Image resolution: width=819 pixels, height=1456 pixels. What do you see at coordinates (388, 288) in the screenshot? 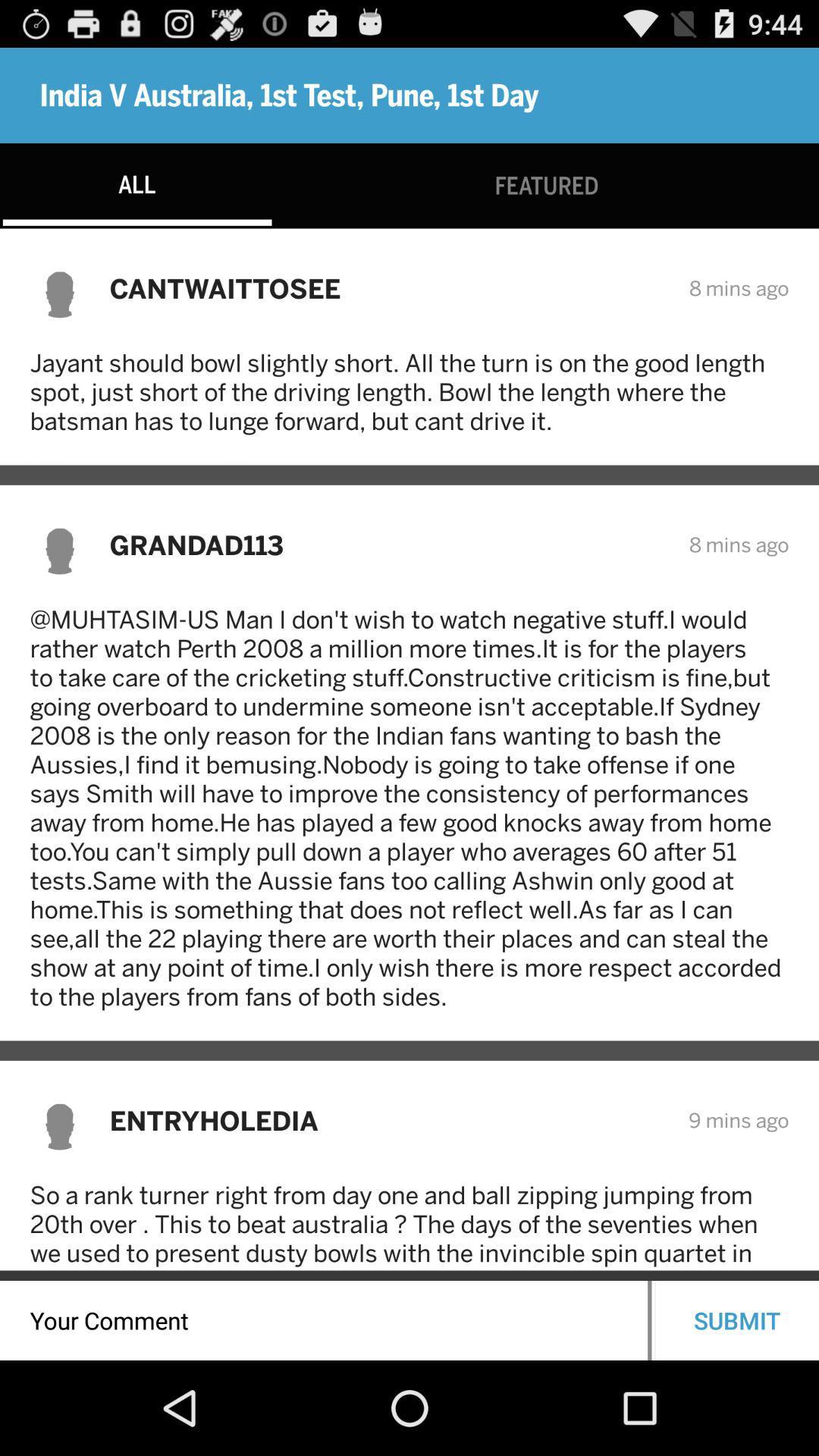
I see `the cantwaittosee` at bounding box center [388, 288].